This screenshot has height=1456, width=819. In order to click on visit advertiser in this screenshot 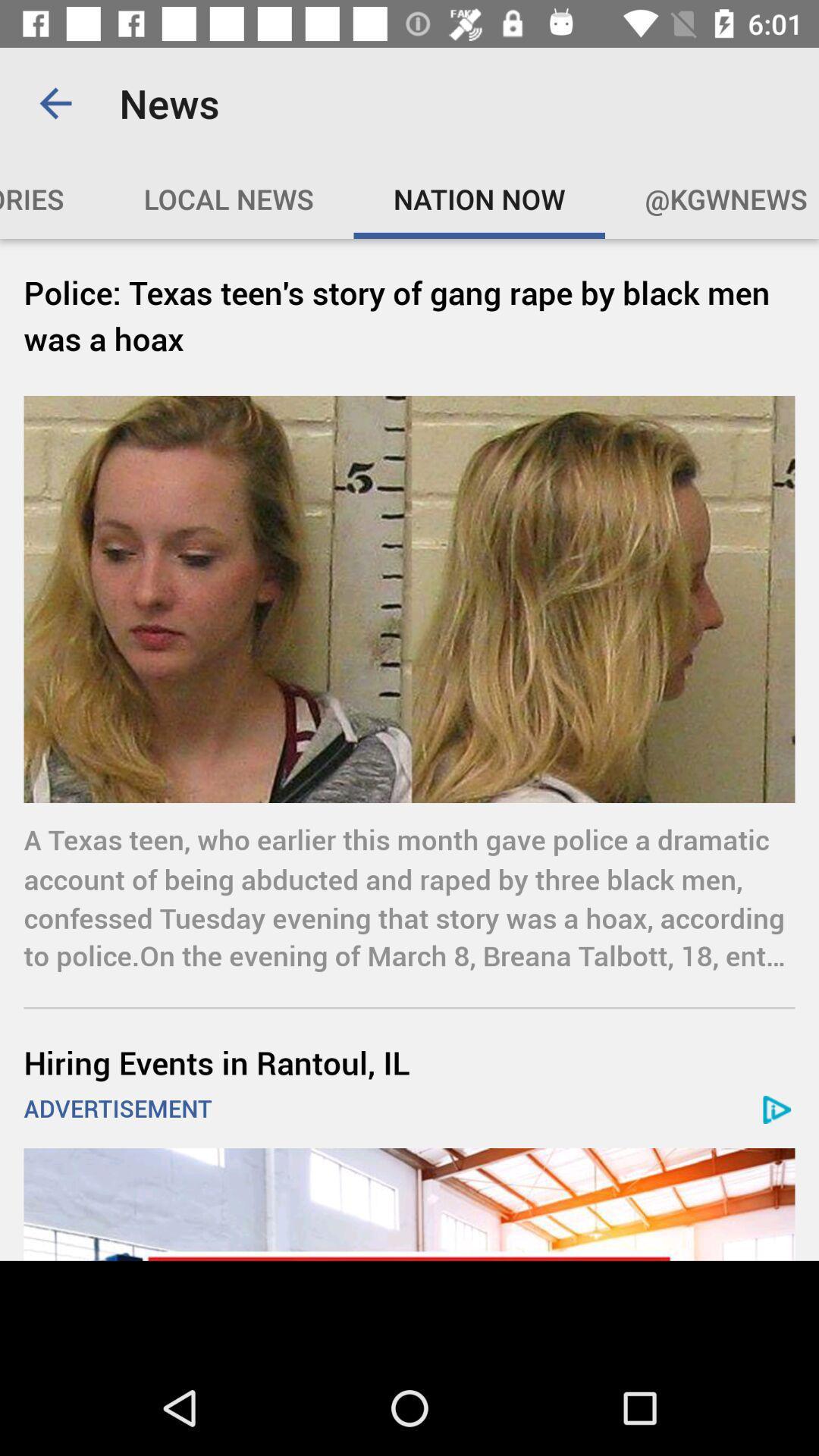, I will do `click(409, 1203)`.